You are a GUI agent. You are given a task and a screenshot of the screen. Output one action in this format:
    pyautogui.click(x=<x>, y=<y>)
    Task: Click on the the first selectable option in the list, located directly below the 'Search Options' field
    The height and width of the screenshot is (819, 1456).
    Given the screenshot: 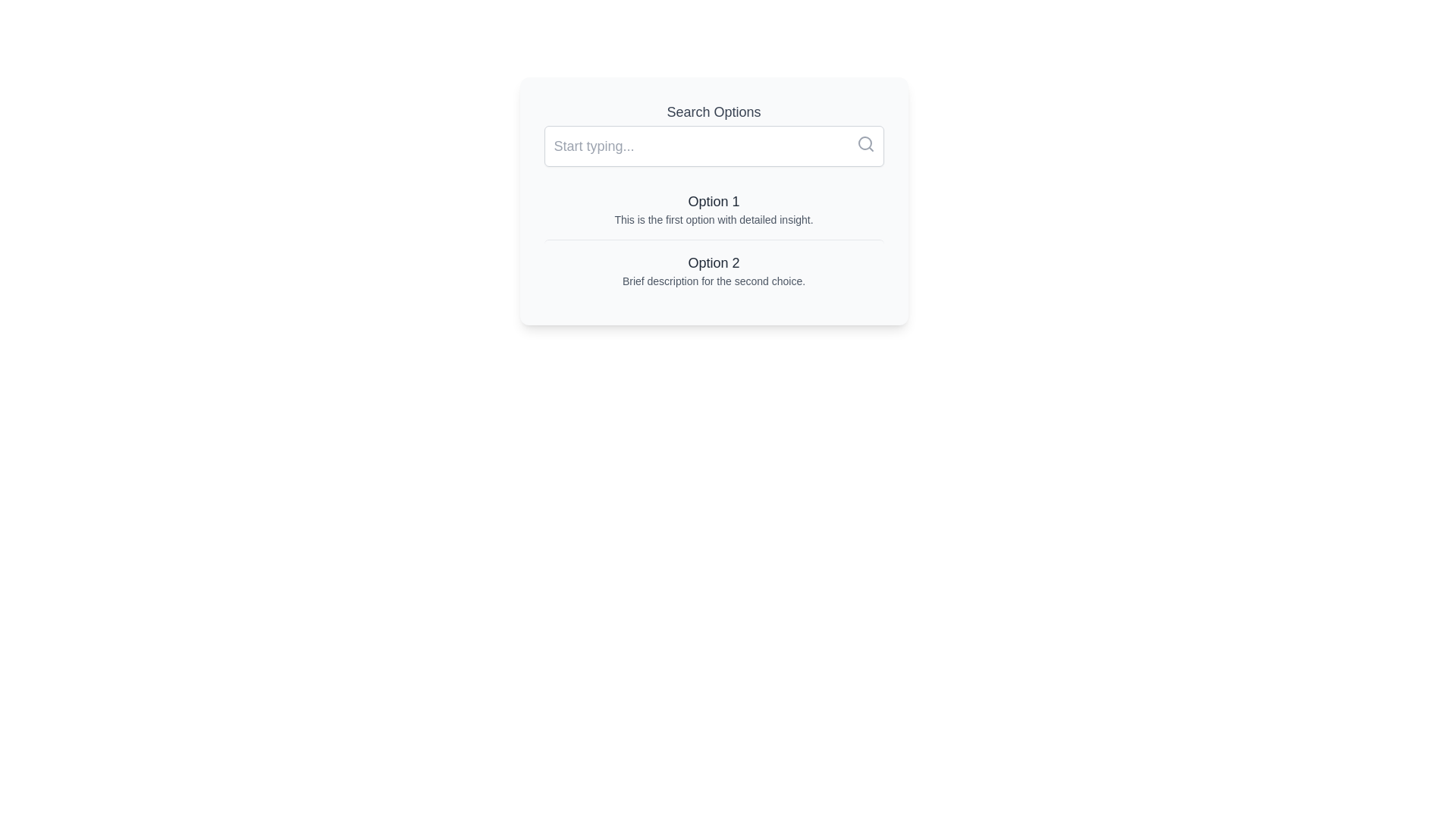 What is the action you would take?
    pyautogui.click(x=713, y=209)
    